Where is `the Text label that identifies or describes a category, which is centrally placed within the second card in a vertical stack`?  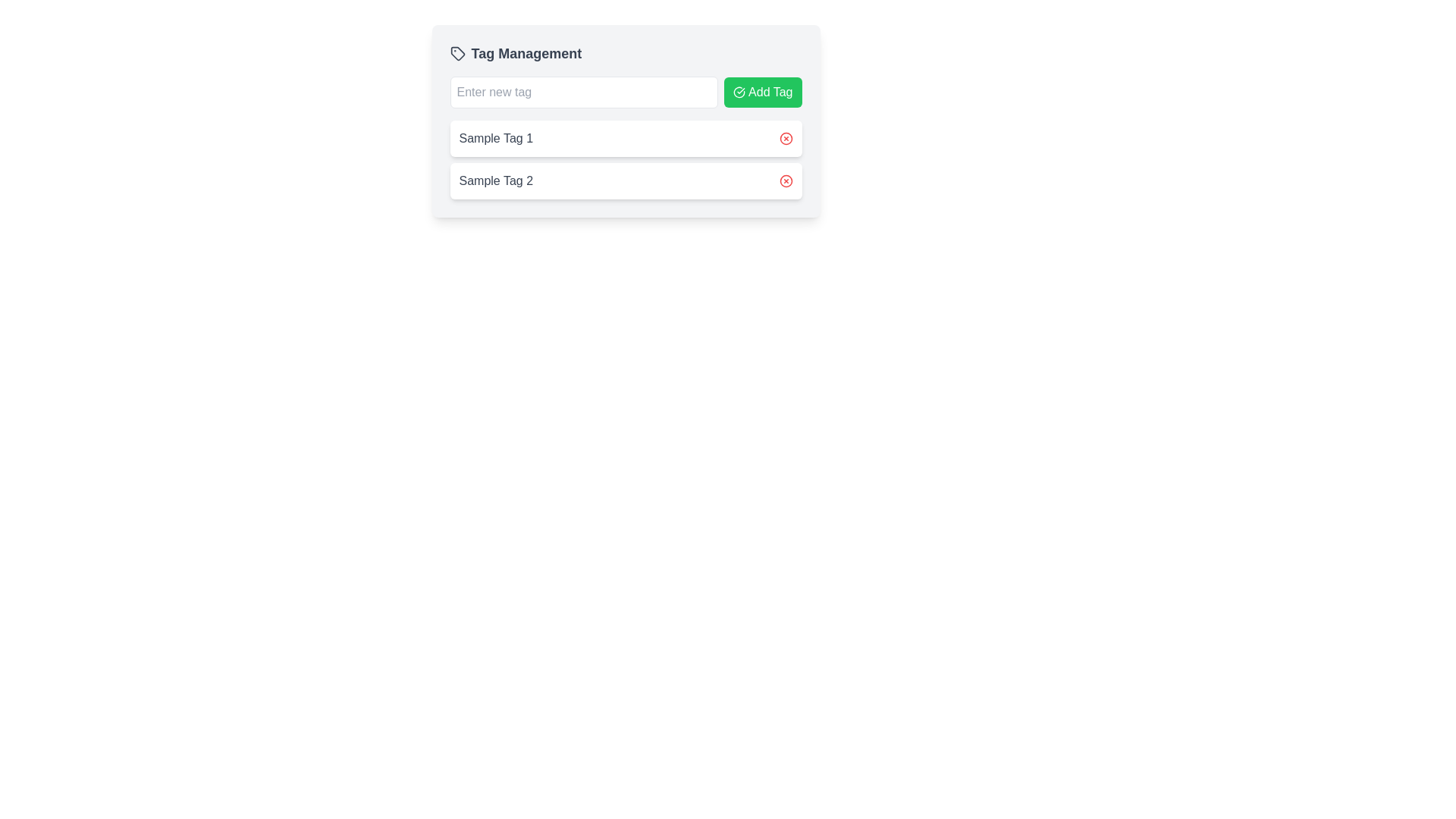 the Text label that identifies or describes a category, which is centrally placed within the second card in a vertical stack is located at coordinates (496, 180).